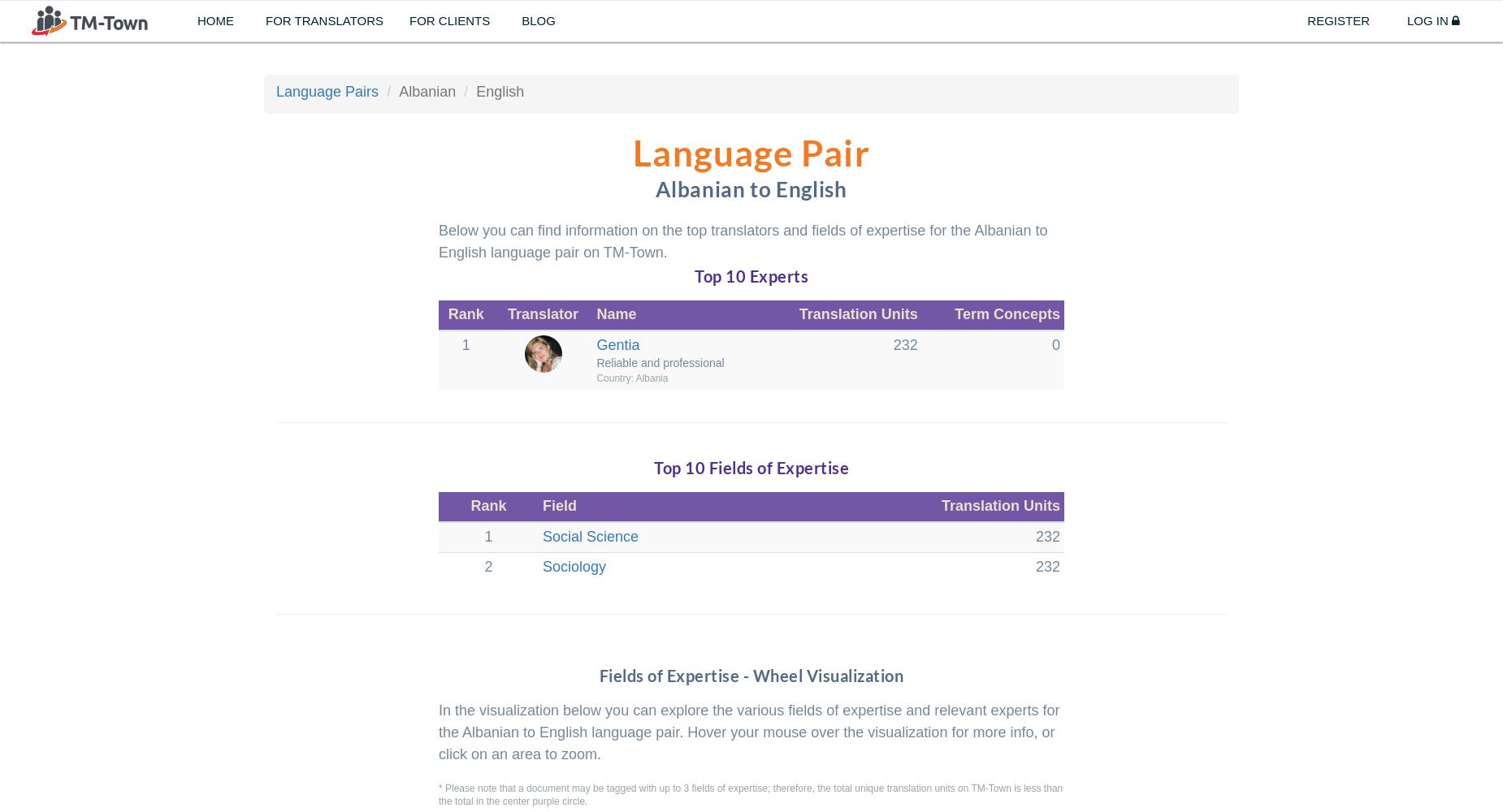 The image size is (1503, 812). What do you see at coordinates (439, 240) in the screenshot?
I see `'Below you can find information on the top translators and fields of expertise for the Albanian to English language pair on TM-Town.'` at bounding box center [439, 240].